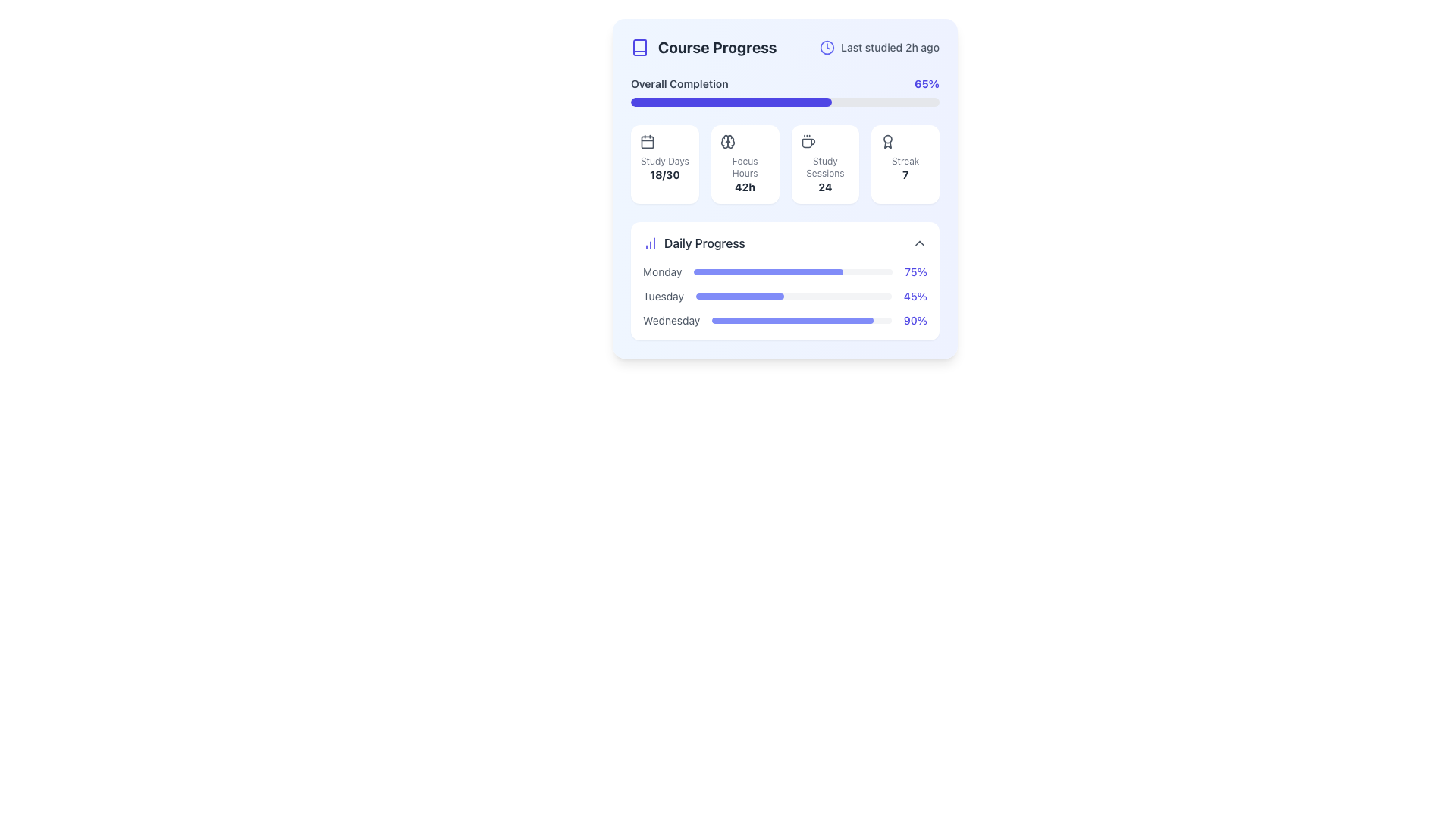 The width and height of the screenshot is (1456, 819). What do you see at coordinates (801, 320) in the screenshot?
I see `the progress bar representing 'Wednesday' with a 90% completion rate in the 'Daily Progress' section` at bounding box center [801, 320].